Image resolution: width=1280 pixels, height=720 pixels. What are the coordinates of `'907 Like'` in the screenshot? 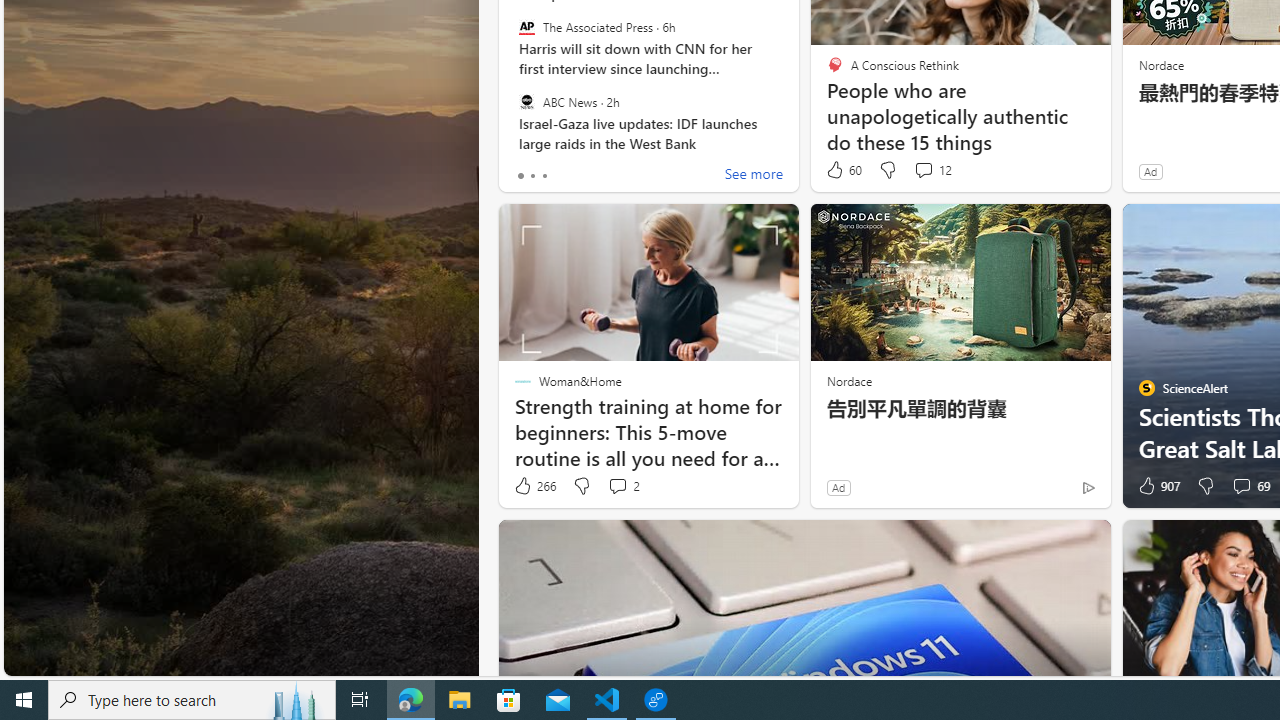 It's located at (1157, 486).